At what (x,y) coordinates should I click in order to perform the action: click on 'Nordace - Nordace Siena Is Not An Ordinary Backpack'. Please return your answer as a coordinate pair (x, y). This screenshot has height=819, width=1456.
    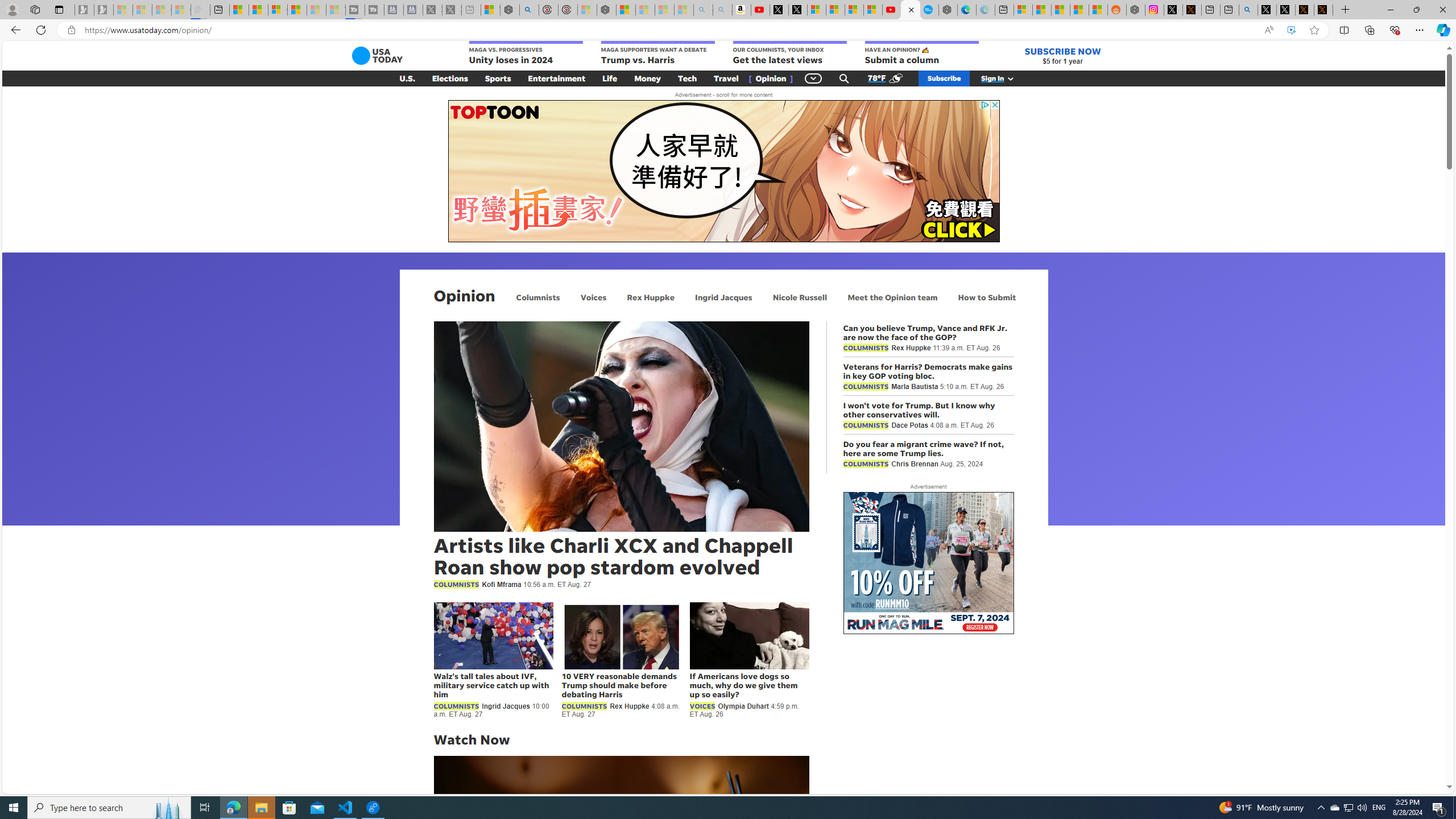
    Looking at the image, I should click on (607, 9).